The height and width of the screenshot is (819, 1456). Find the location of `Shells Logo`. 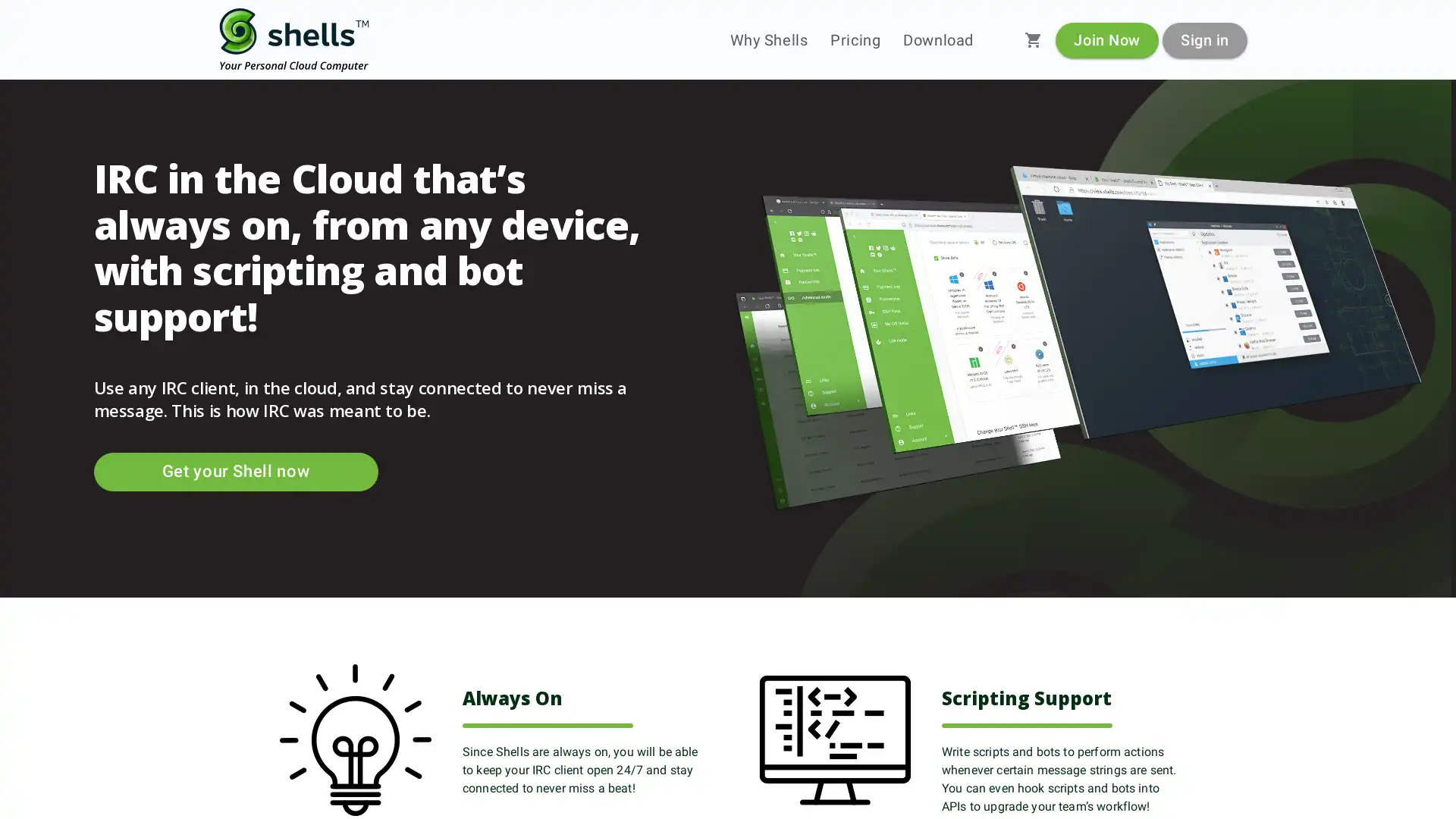

Shells Logo is located at coordinates (294, 39).